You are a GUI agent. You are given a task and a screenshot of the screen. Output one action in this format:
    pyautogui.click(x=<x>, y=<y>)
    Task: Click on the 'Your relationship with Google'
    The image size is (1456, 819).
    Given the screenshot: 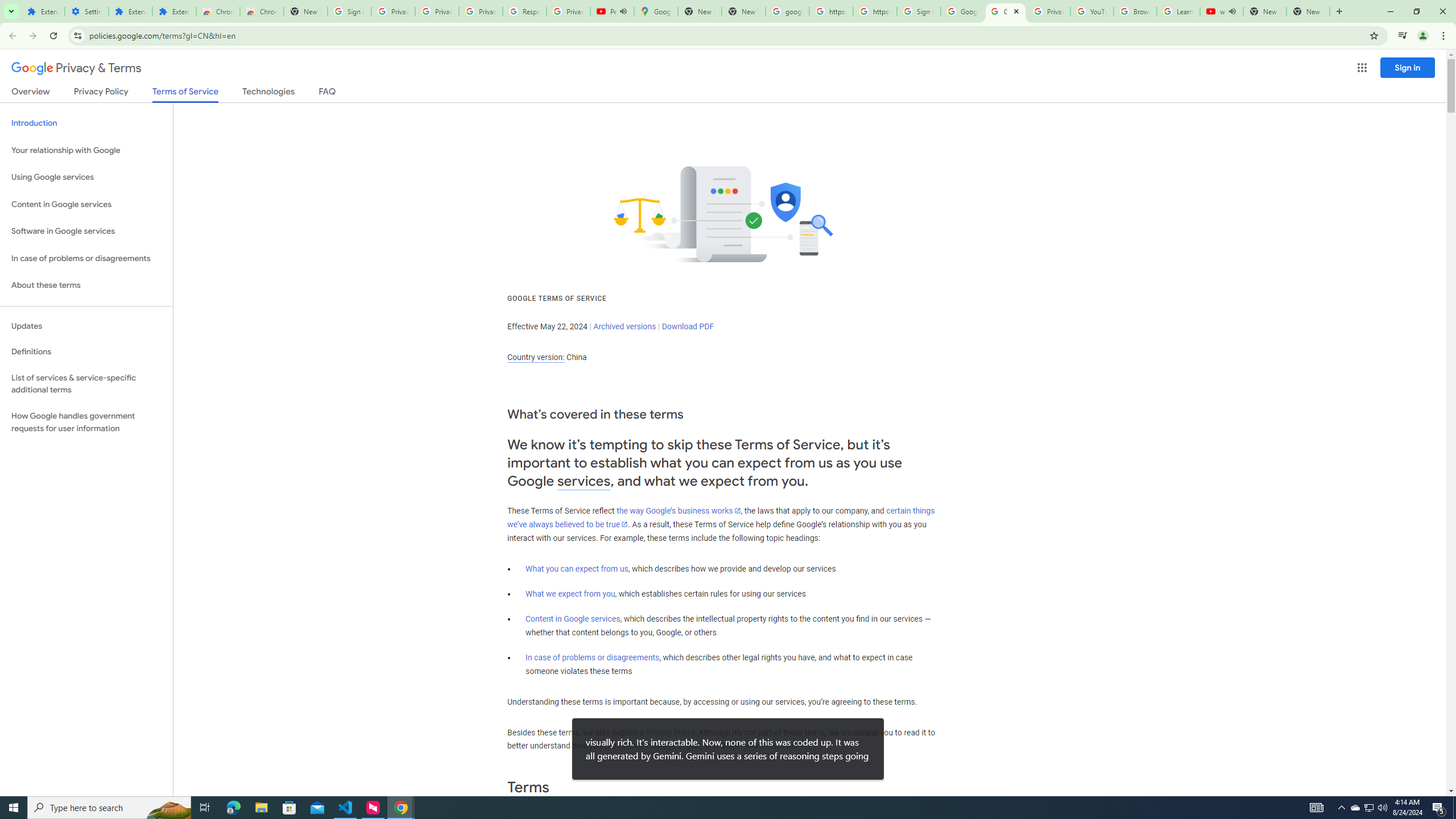 What is the action you would take?
    pyautogui.click(x=86, y=150)
    